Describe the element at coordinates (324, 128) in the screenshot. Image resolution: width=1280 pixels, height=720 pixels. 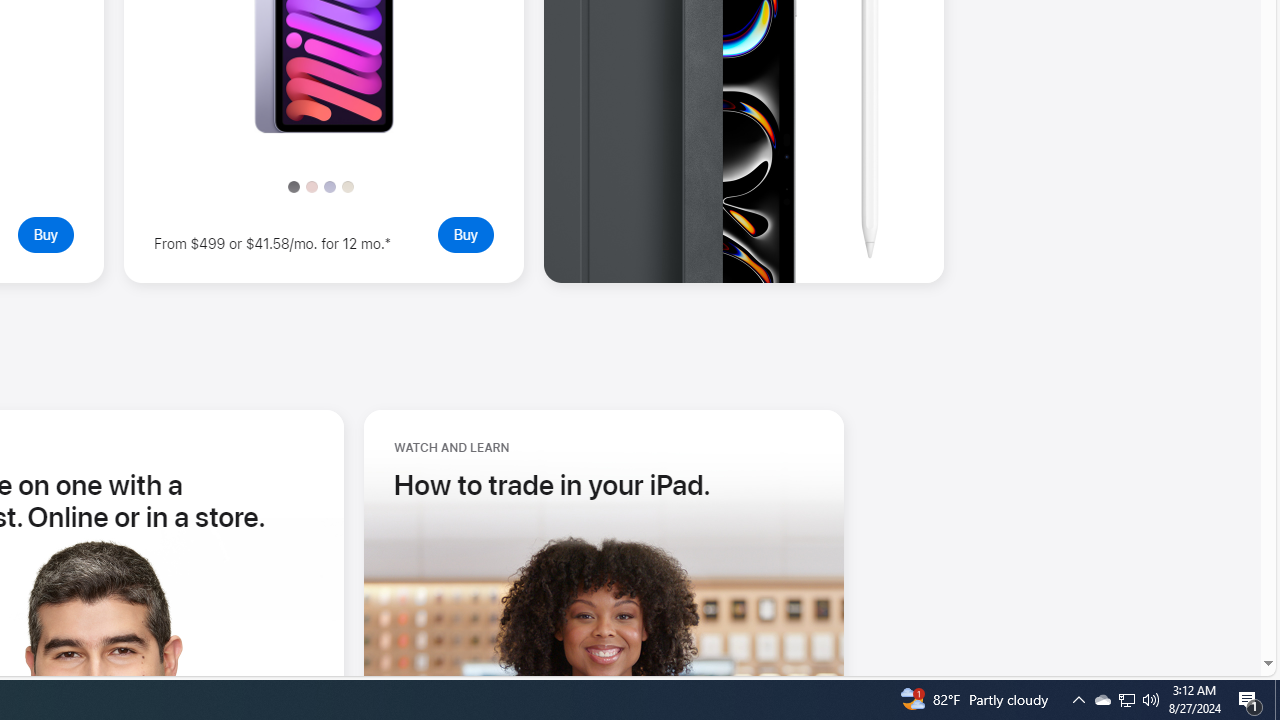
I see `'Take a closer look - iPad mini '` at that location.